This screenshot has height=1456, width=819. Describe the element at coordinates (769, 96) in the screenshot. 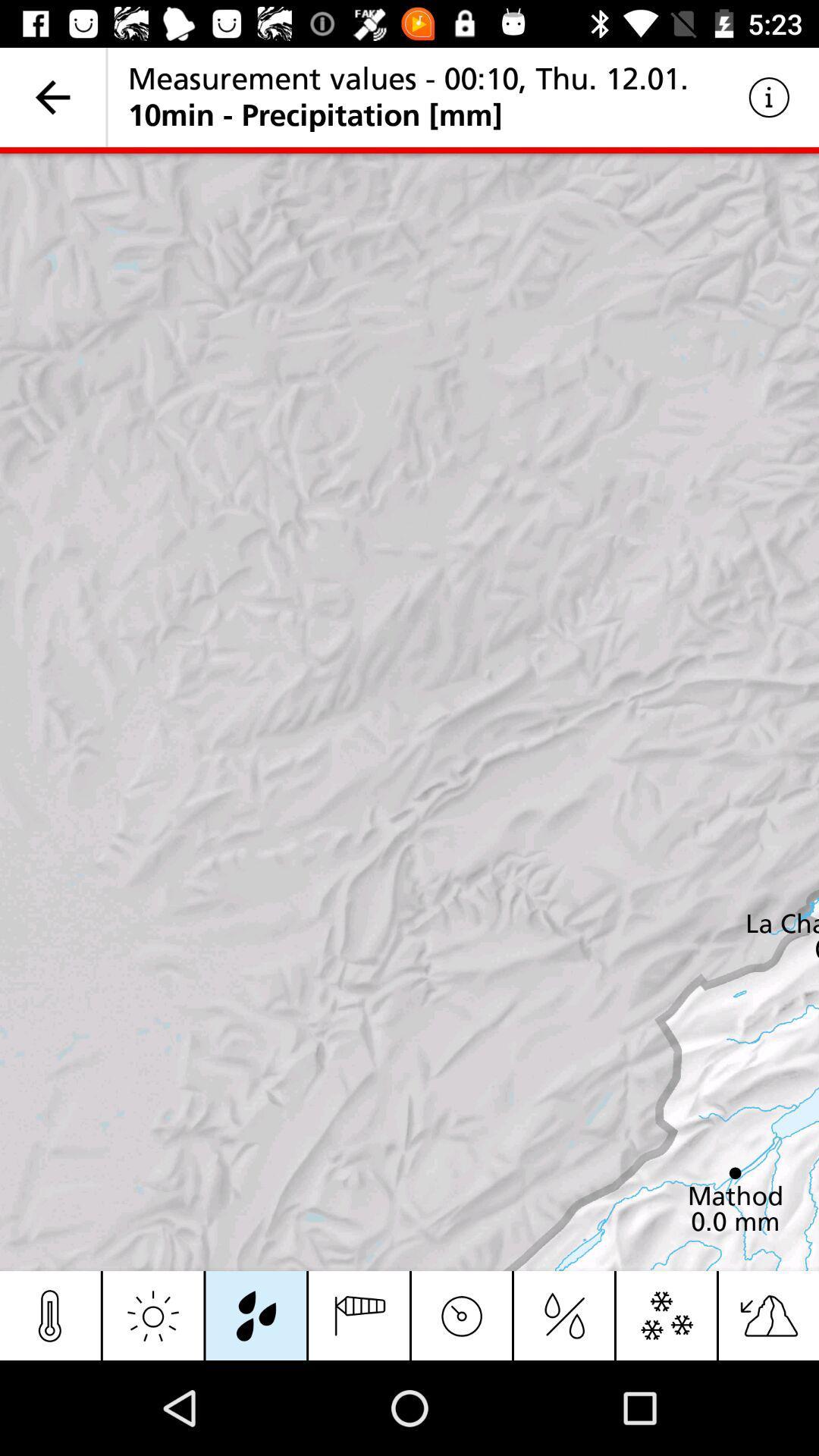

I see `item next to measurement values 00` at that location.